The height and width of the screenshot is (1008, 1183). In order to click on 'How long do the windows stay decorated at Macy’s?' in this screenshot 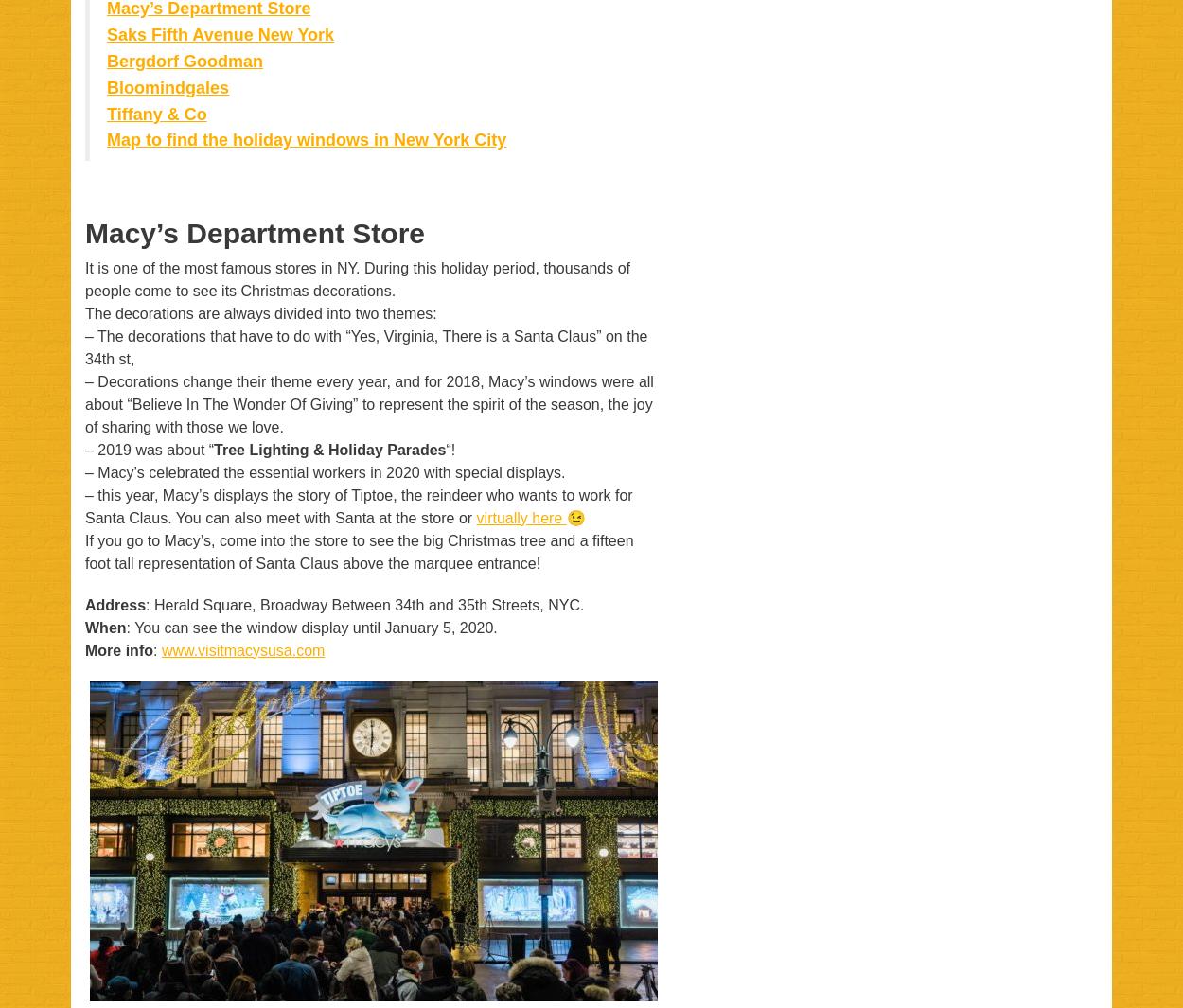, I will do `click(175, 492)`.